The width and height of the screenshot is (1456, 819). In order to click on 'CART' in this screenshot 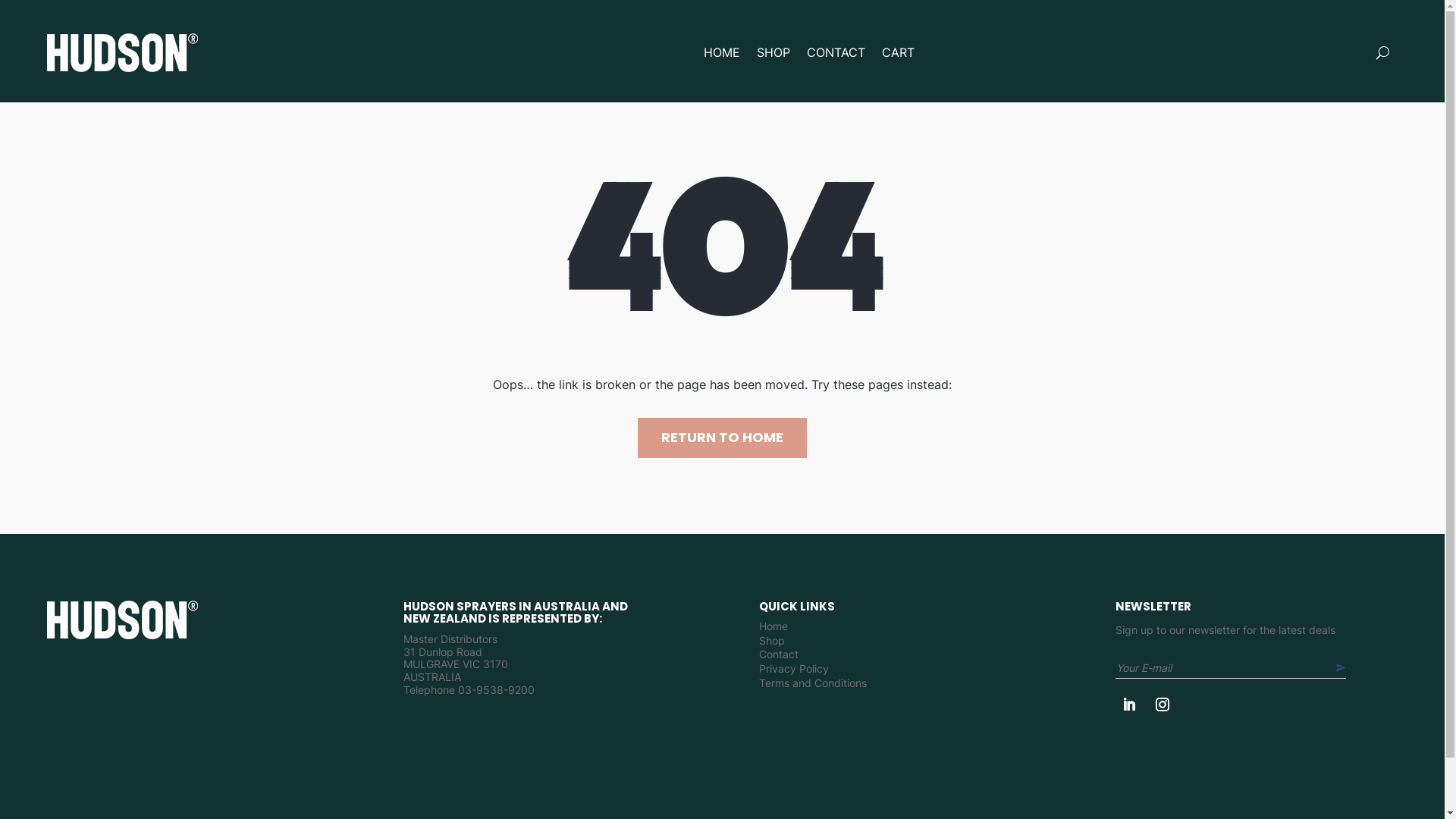, I will do `click(898, 52)`.